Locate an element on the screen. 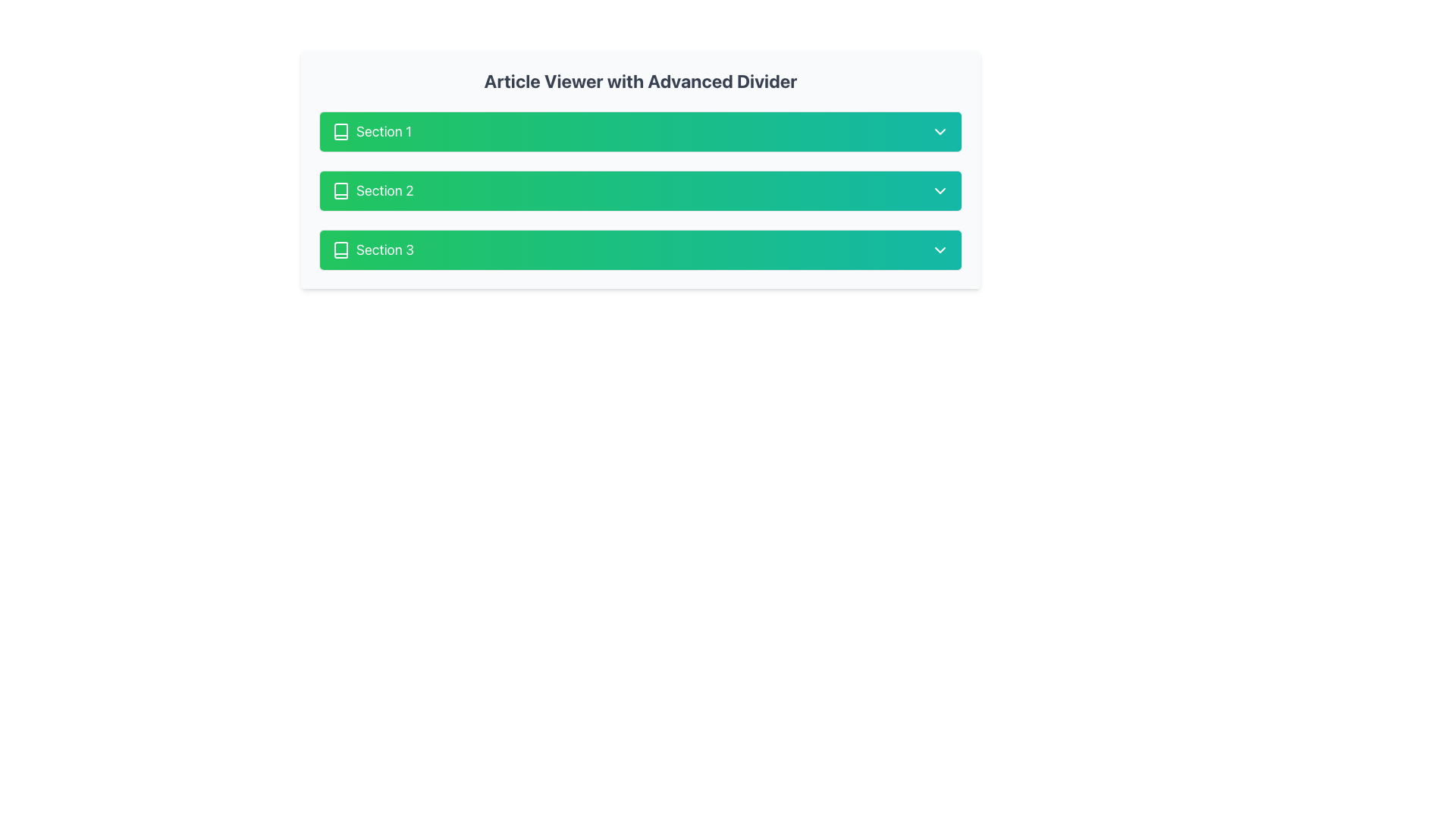 The image size is (1456, 819). the thin outline icon shaped like an open book, located to the far left of the text 'Section 3' in the vertically arranged list is located at coordinates (340, 249).